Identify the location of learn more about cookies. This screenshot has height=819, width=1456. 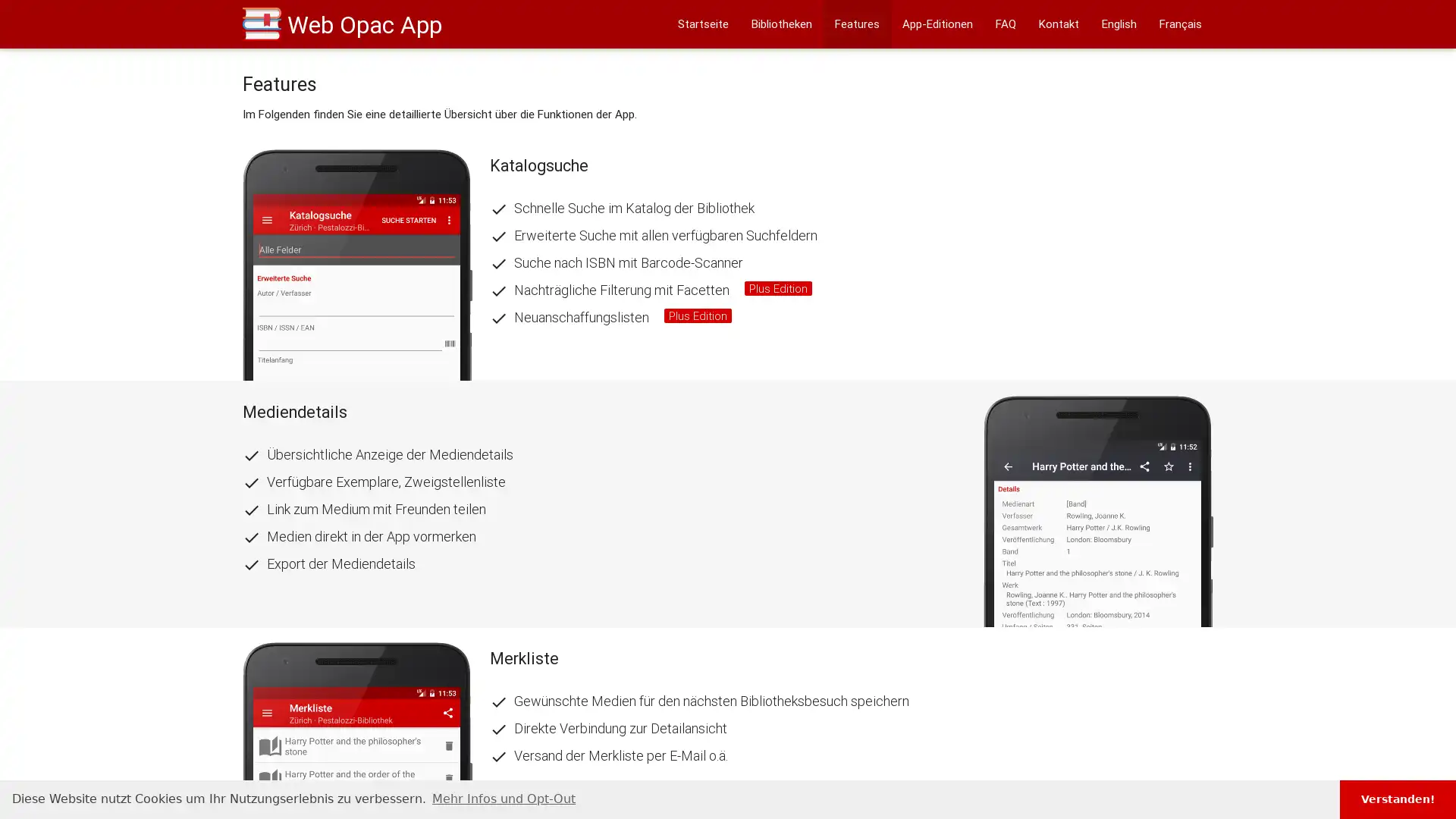
(504, 798).